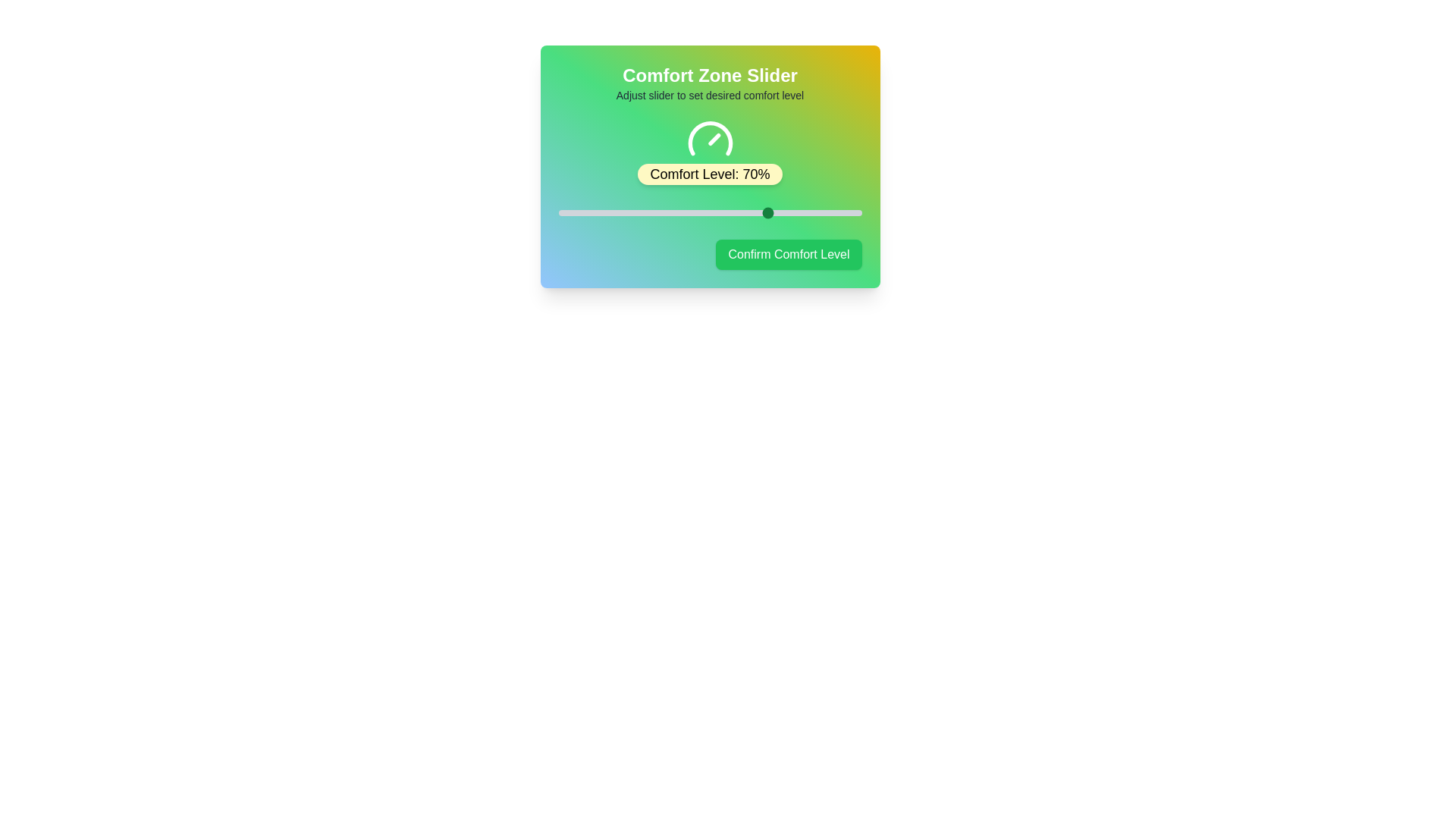 The height and width of the screenshot is (819, 1456). I want to click on the slider to set the comfort level to 11, so click(591, 213).